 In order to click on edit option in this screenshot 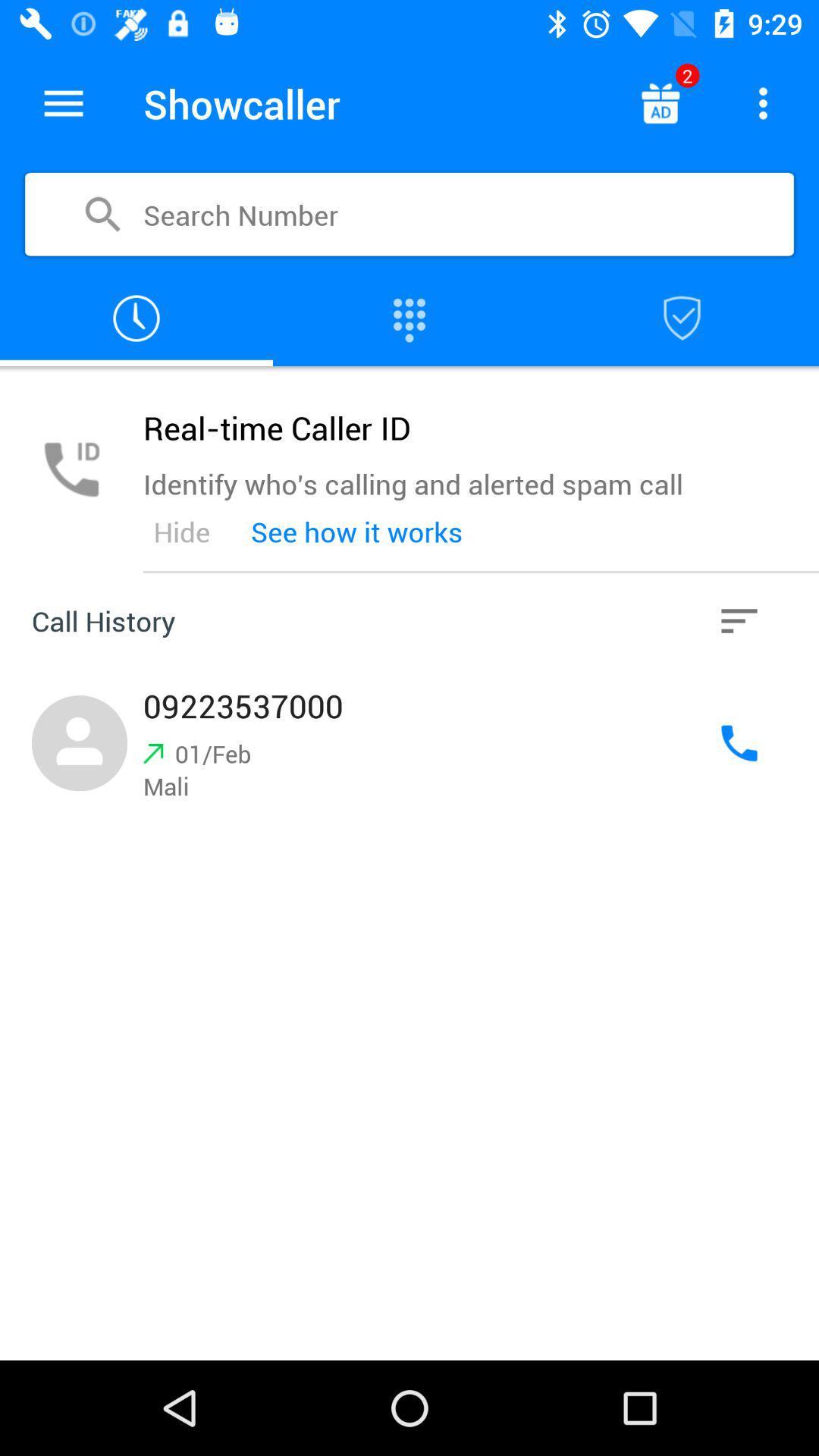, I will do `click(63, 102)`.